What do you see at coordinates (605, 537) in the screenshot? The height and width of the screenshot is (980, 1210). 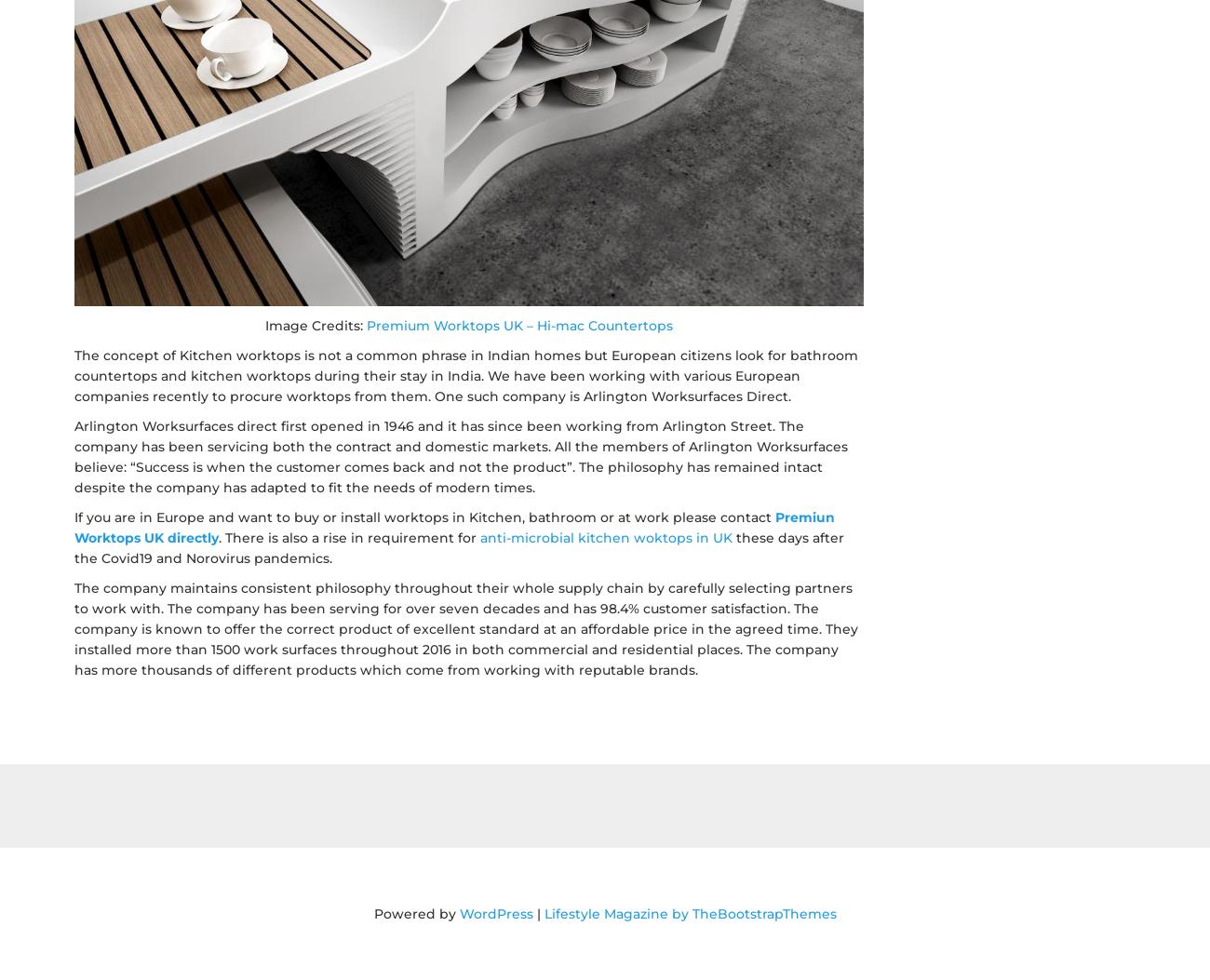 I see `'anti-microbial kitchen woktops in UK'` at bounding box center [605, 537].